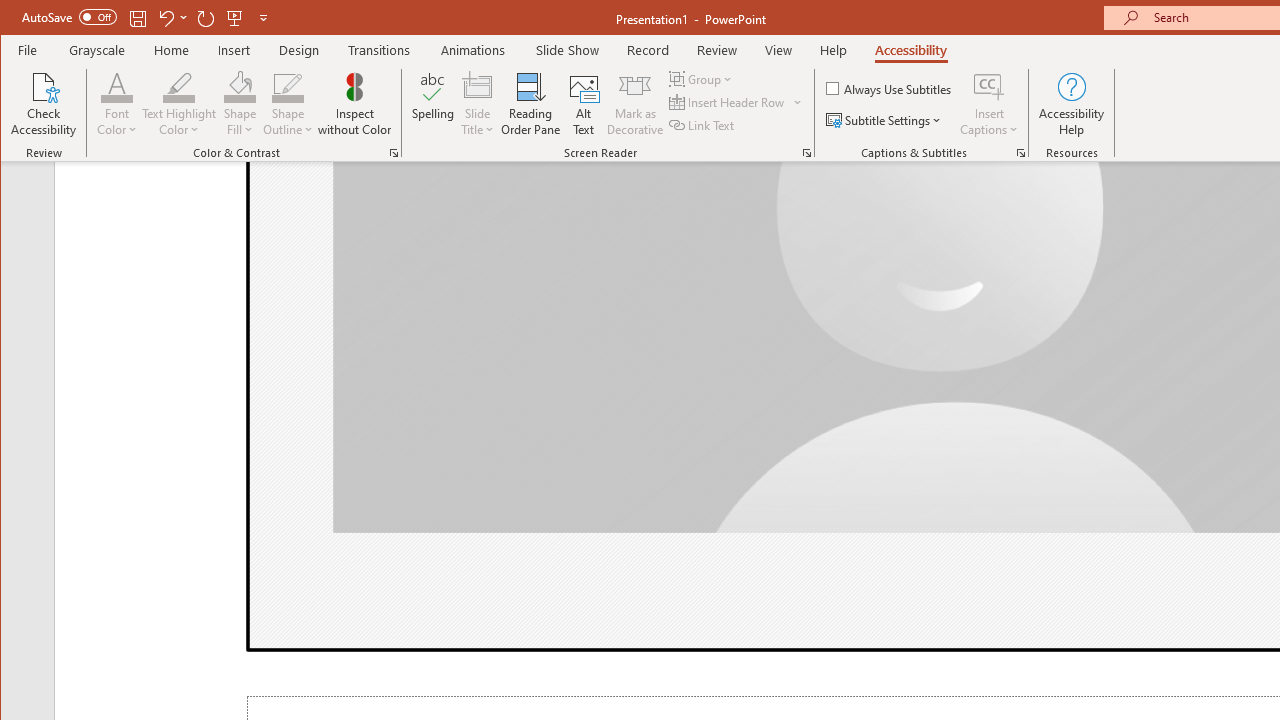  Describe the element at coordinates (477, 104) in the screenshot. I see `'Slide Title'` at that location.